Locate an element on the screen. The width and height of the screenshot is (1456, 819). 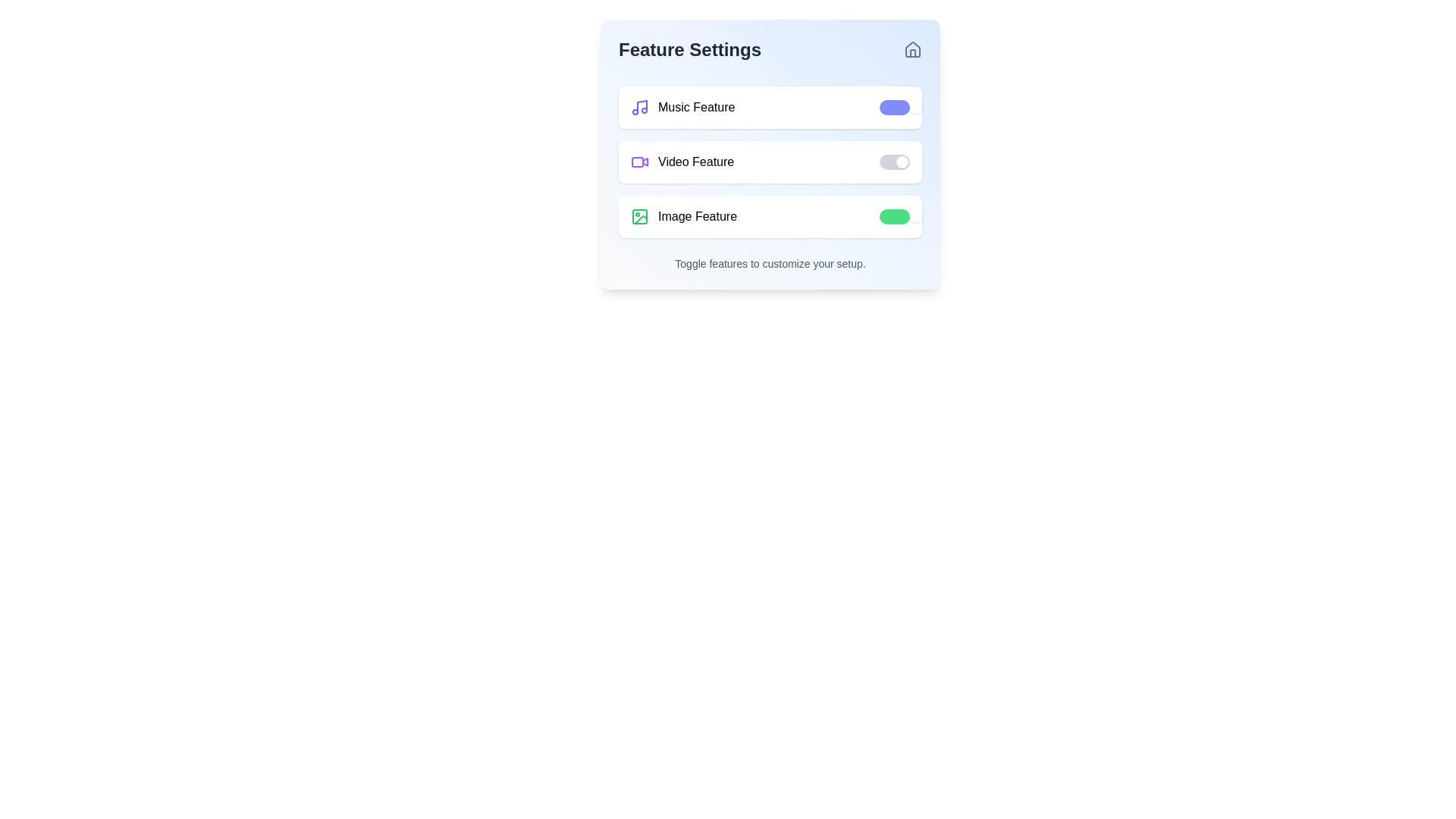
the 'Music Feature' text label, which is displayed in medium-weight font and positioned to the right of a music icon in the feature settings list is located at coordinates (695, 107).